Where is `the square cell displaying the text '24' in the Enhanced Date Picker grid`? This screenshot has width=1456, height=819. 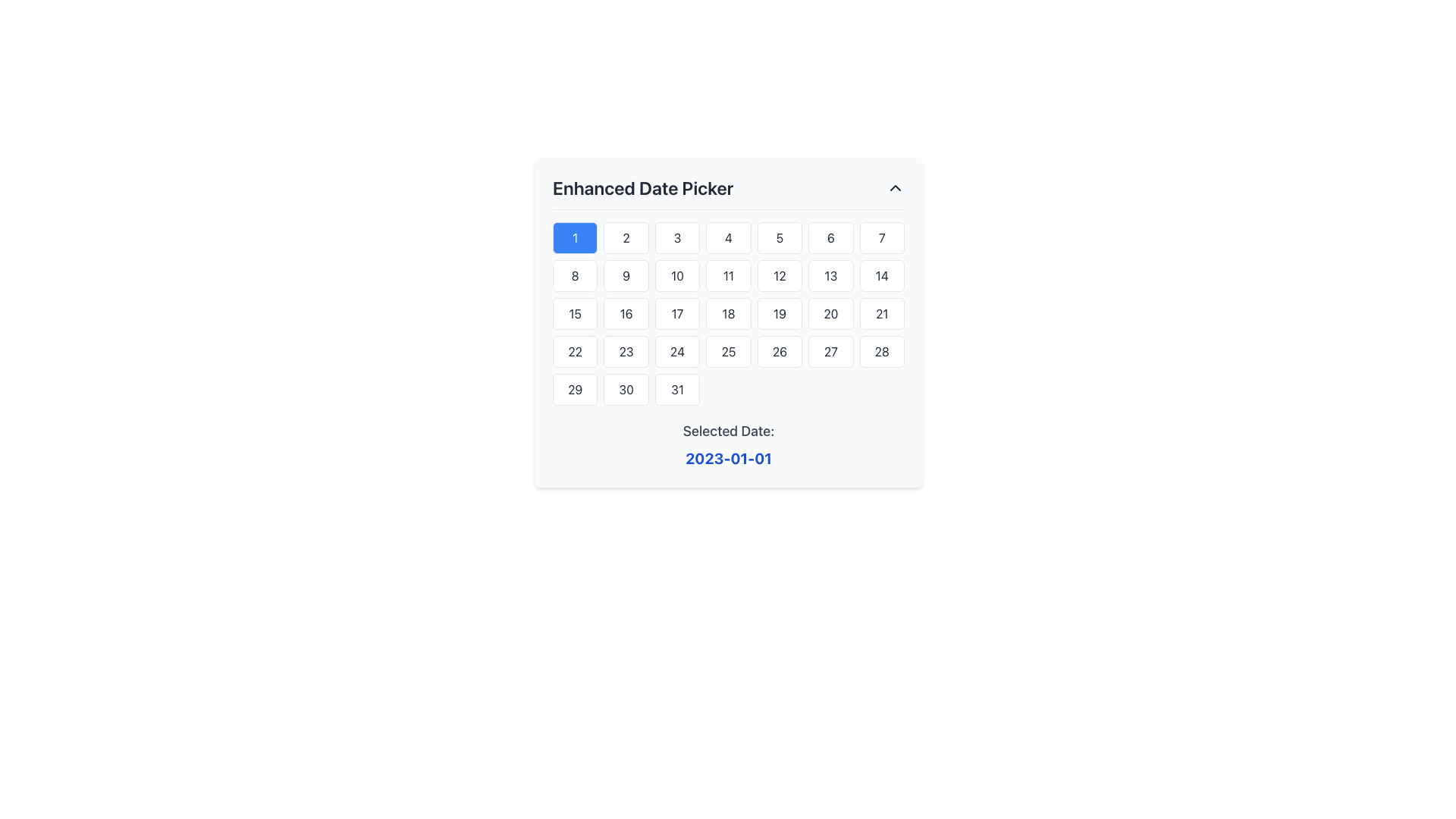 the square cell displaying the text '24' in the Enhanced Date Picker grid is located at coordinates (676, 351).